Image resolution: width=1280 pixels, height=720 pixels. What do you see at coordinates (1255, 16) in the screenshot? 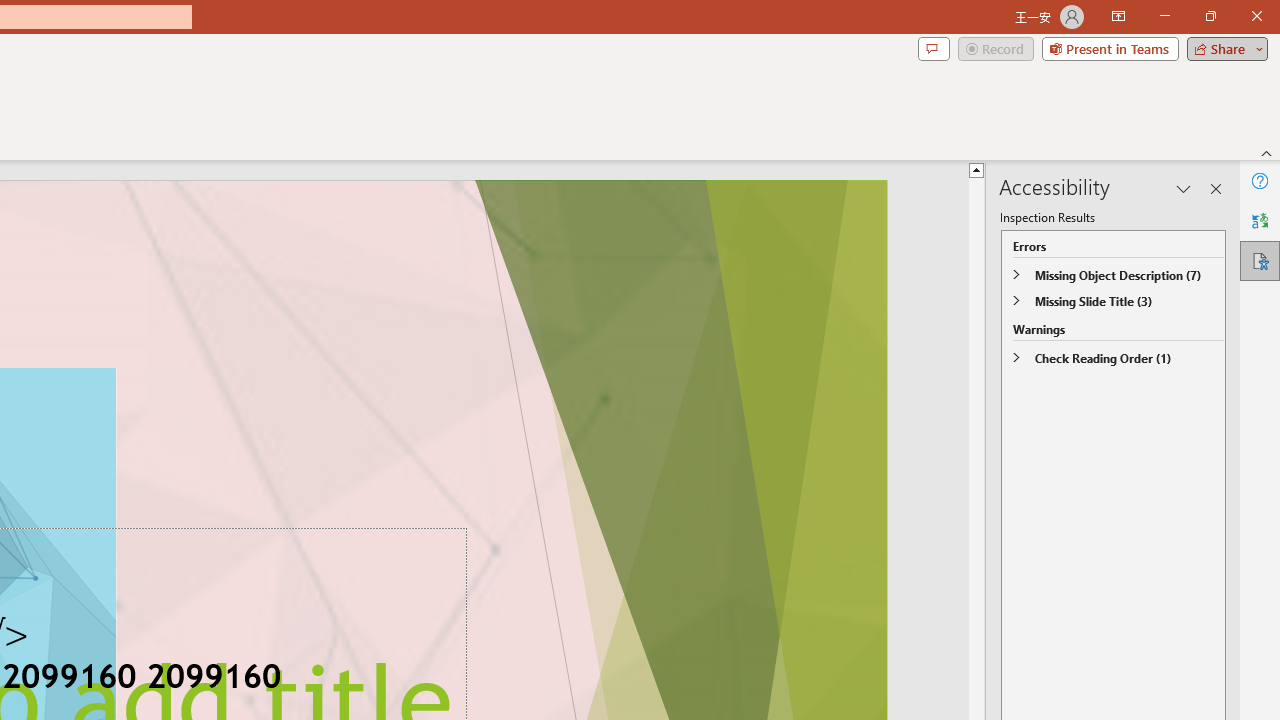
I see `'Close'` at bounding box center [1255, 16].